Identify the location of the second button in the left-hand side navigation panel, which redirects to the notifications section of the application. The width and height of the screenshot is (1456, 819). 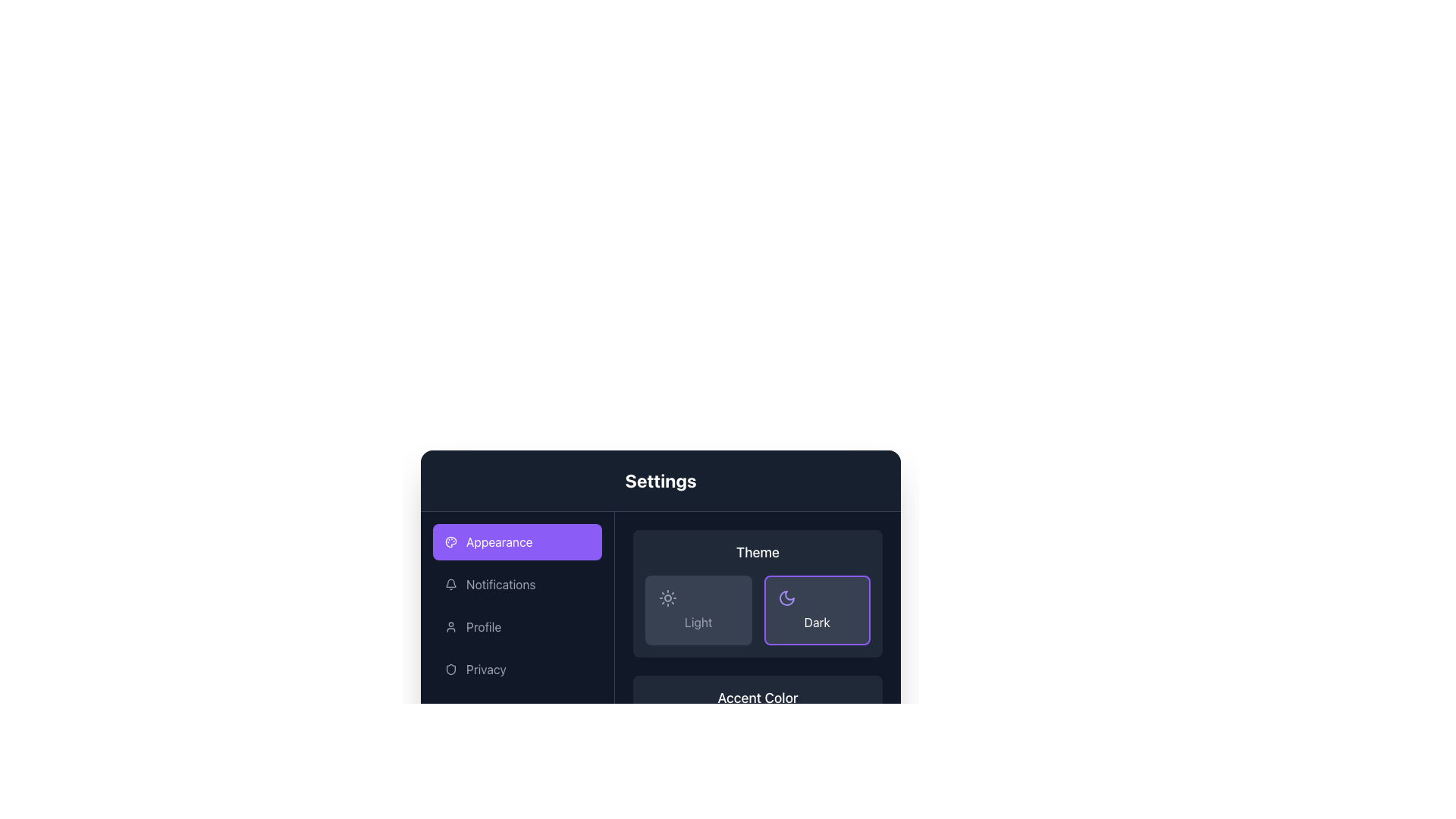
(517, 584).